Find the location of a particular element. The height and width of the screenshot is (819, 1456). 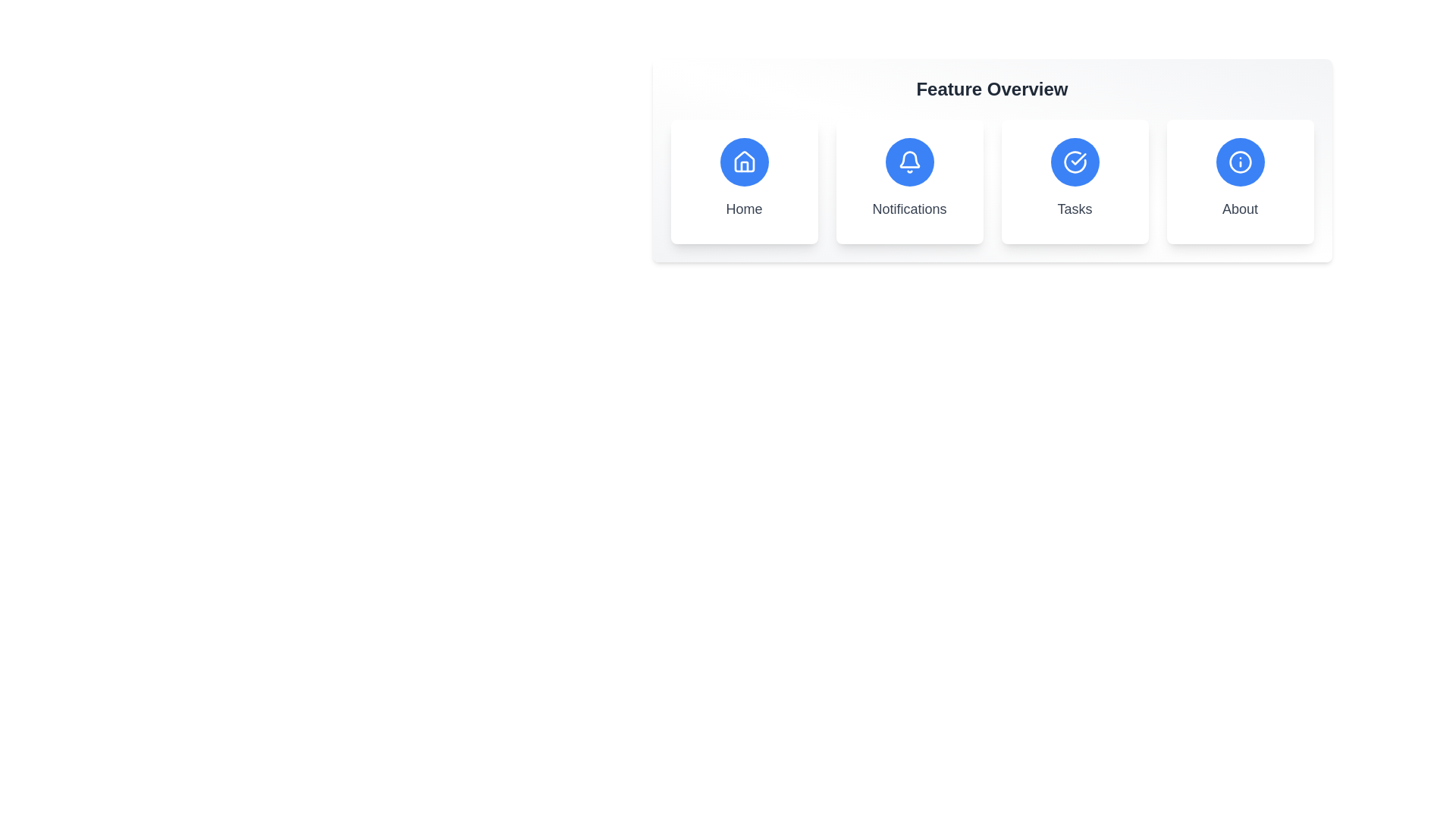

the second icon from the left in the row of four icons under the 'Feature Overview' section is located at coordinates (909, 162).